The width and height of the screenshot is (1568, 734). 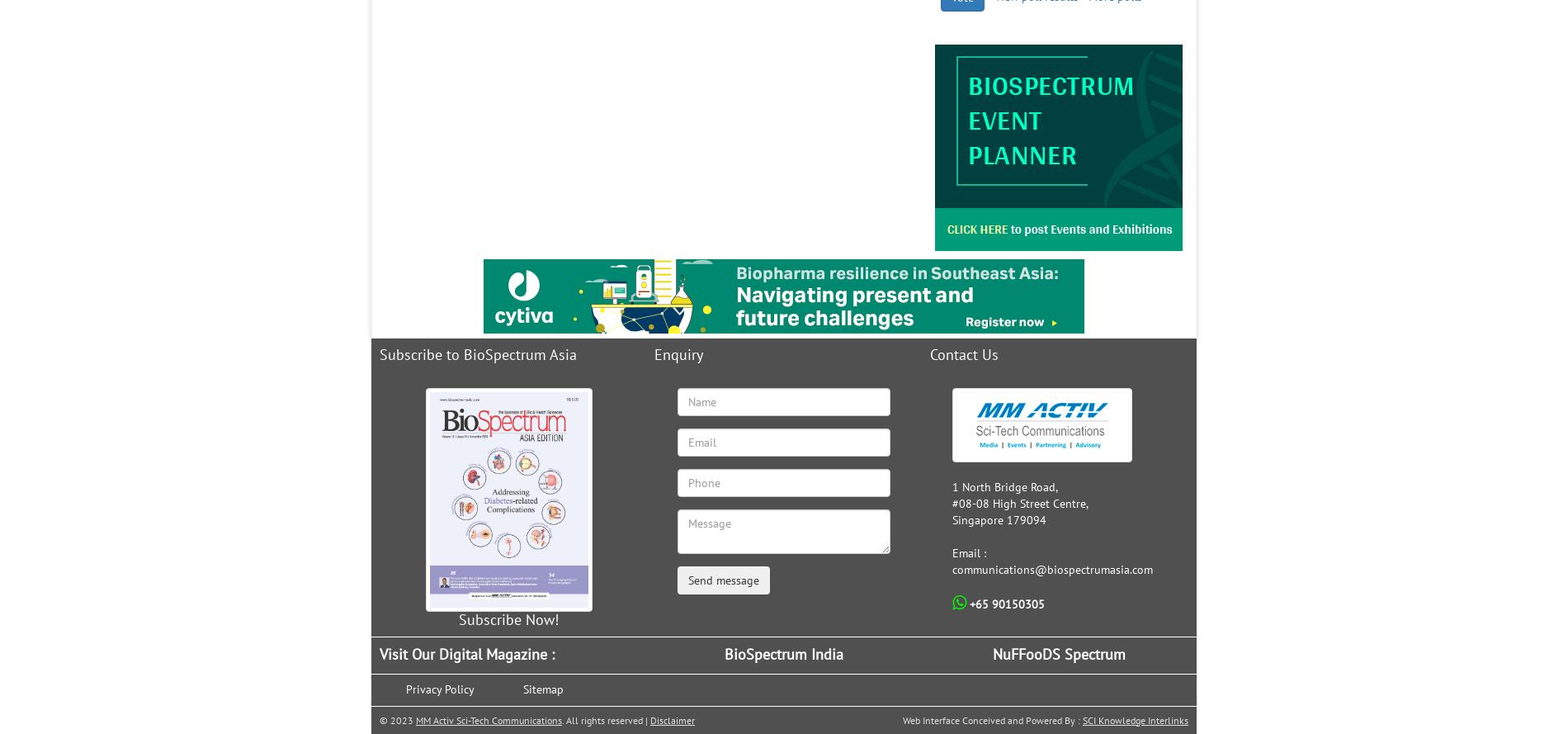 What do you see at coordinates (687, 580) in the screenshot?
I see `'Send message'` at bounding box center [687, 580].